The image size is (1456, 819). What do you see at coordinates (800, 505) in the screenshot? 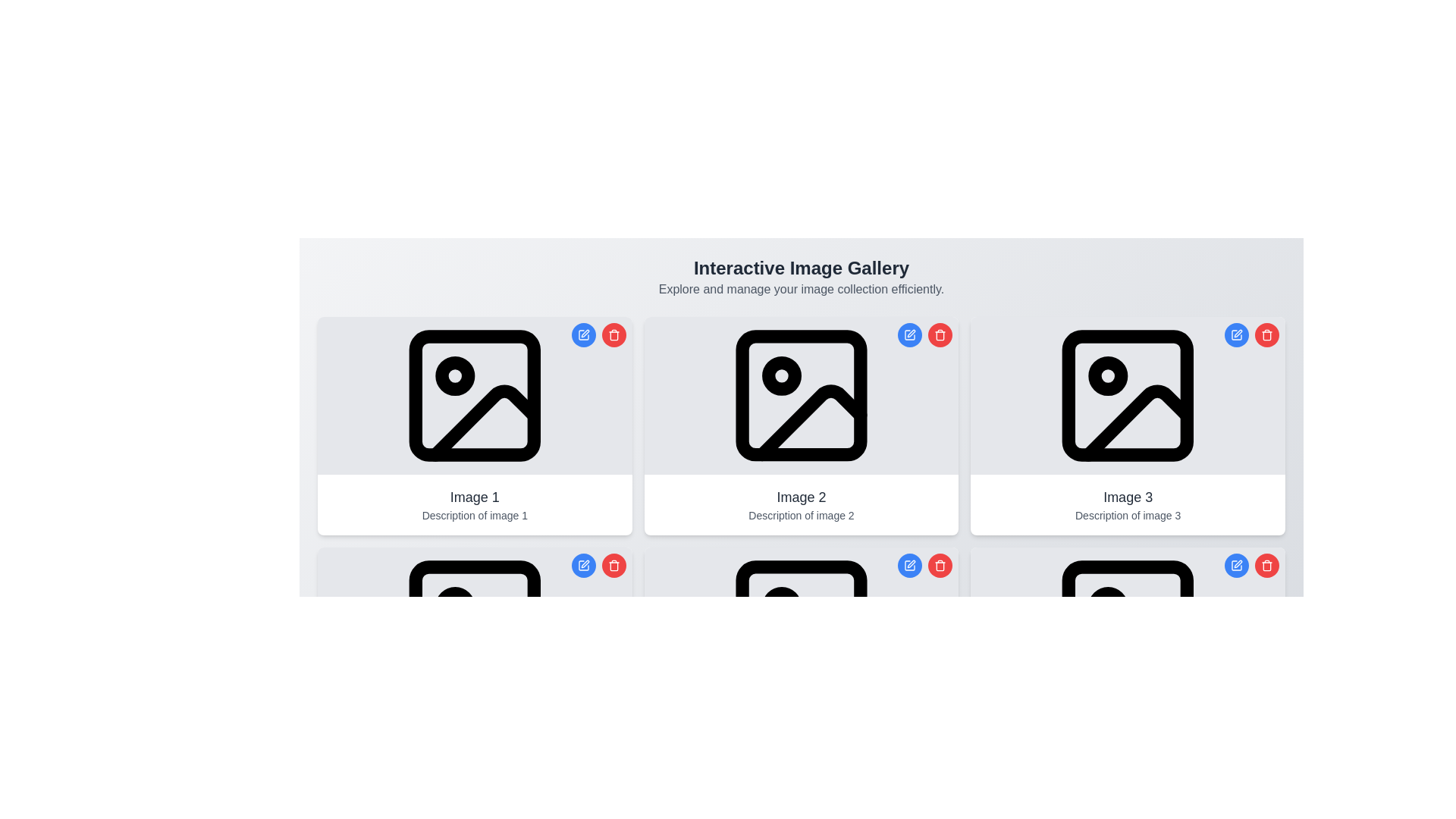
I see `the Text description area at the bottom of the second image card in the top row of the image gallery to interact with additional features` at bounding box center [800, 505].